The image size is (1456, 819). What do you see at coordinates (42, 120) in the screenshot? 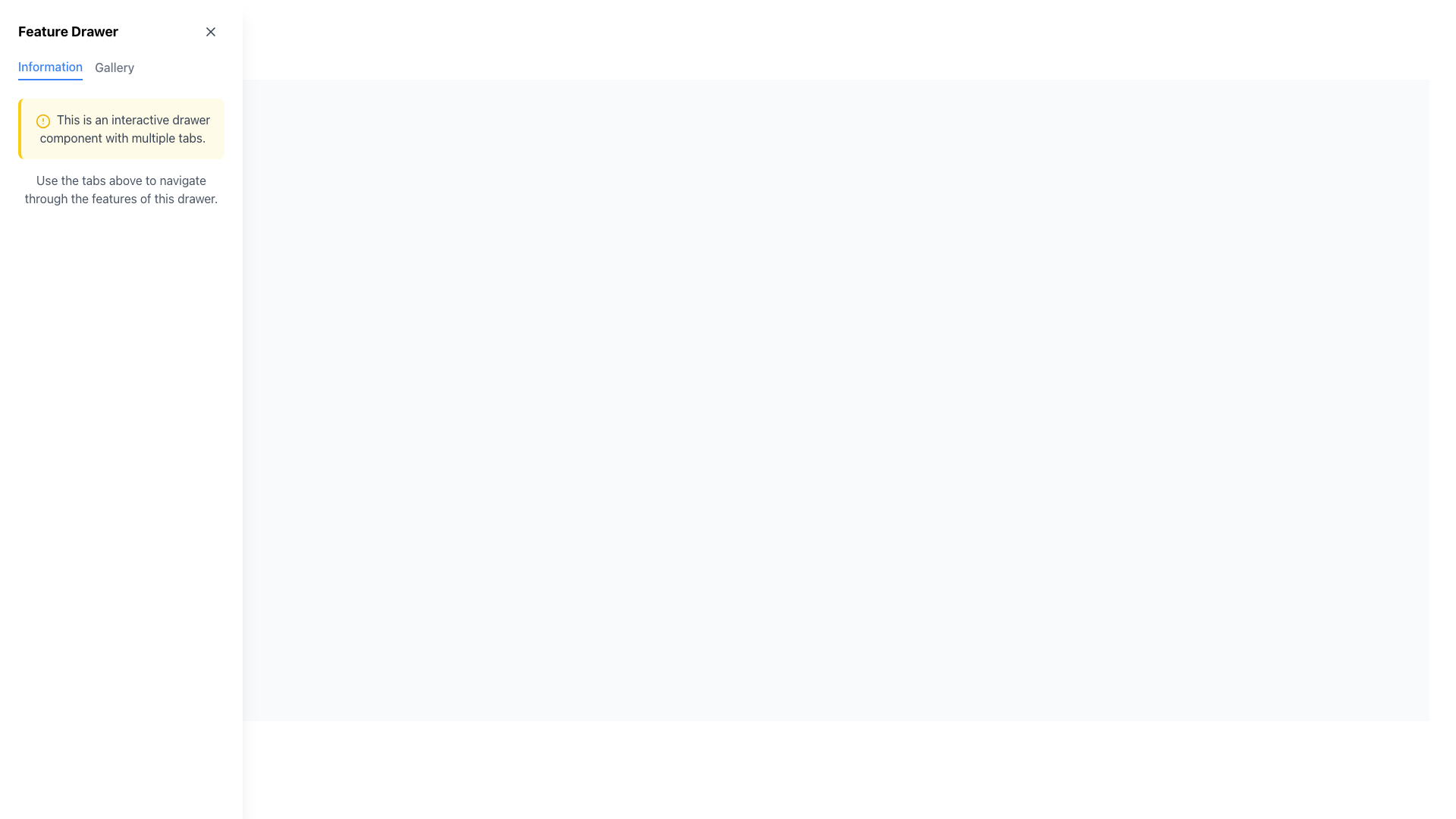
I see `the circular alert icon with a yellow border and exclamation mark, located at the center of the notification block` at bounding box center [42, 120].